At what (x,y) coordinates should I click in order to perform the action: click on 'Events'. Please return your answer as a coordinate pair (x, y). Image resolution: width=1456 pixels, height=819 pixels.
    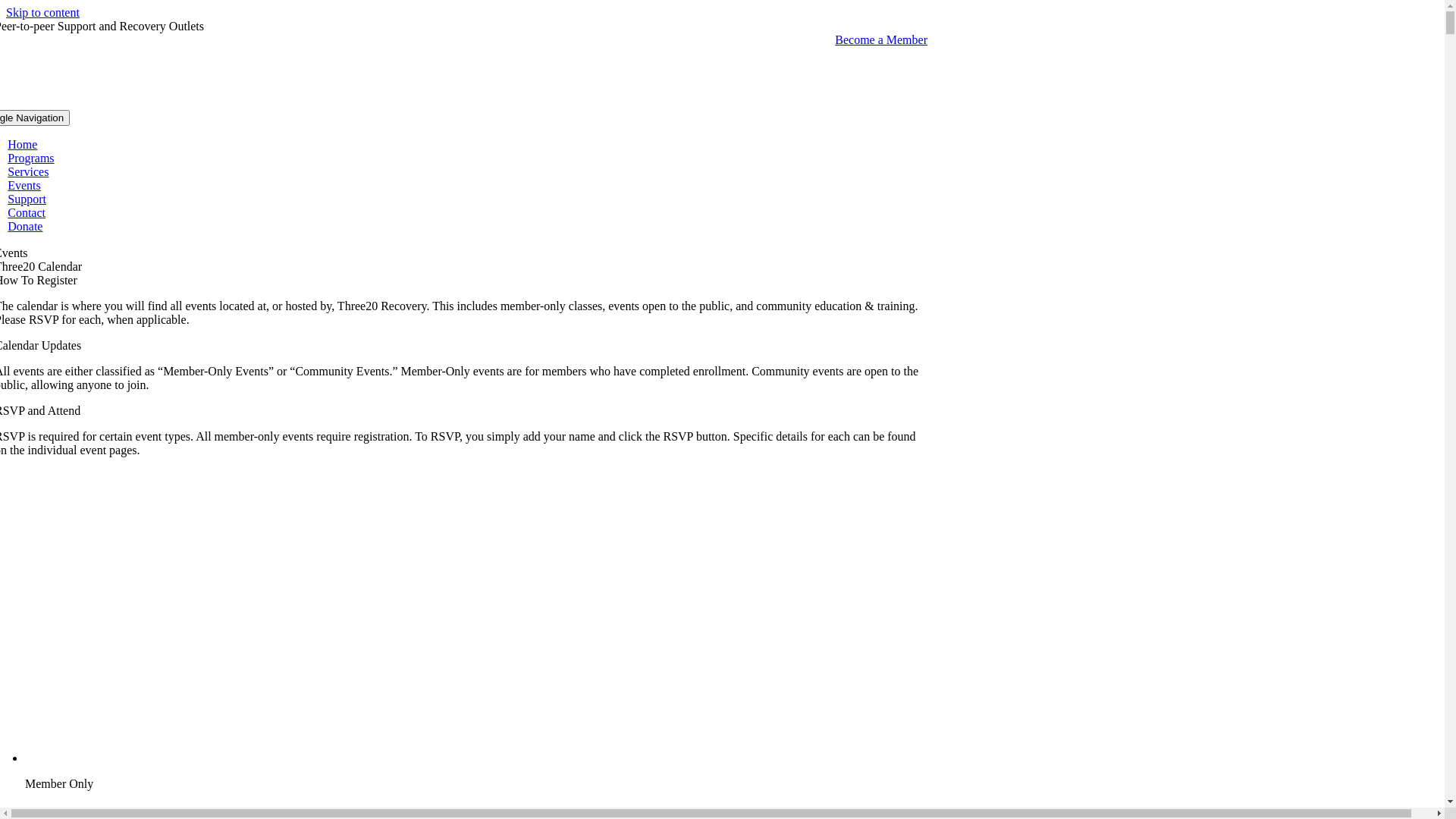
    Looking at the image, I should click on (24, 184).